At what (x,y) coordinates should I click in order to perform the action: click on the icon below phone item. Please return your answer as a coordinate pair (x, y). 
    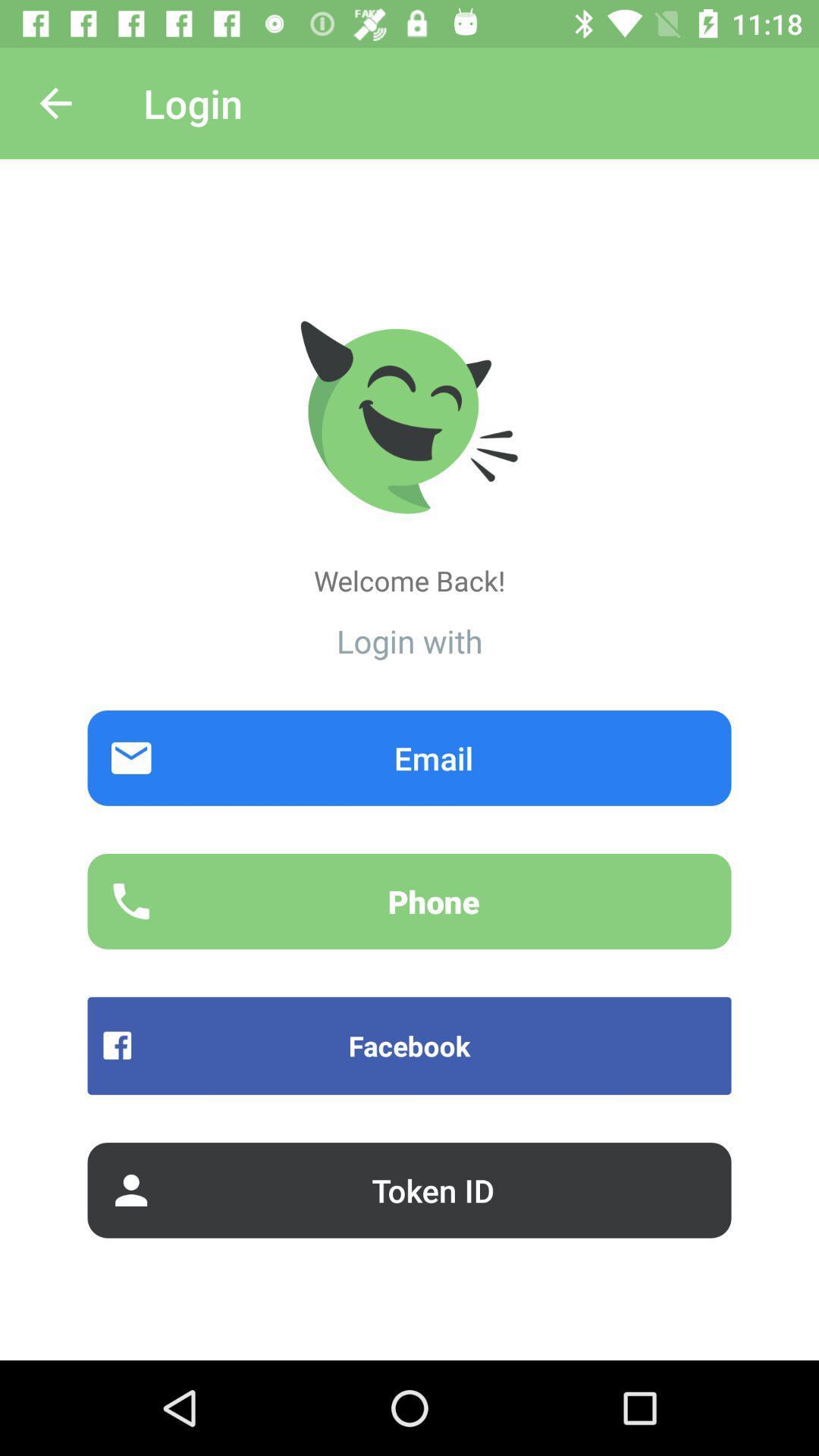
    Looking at the image, I should click on (409, 1045).